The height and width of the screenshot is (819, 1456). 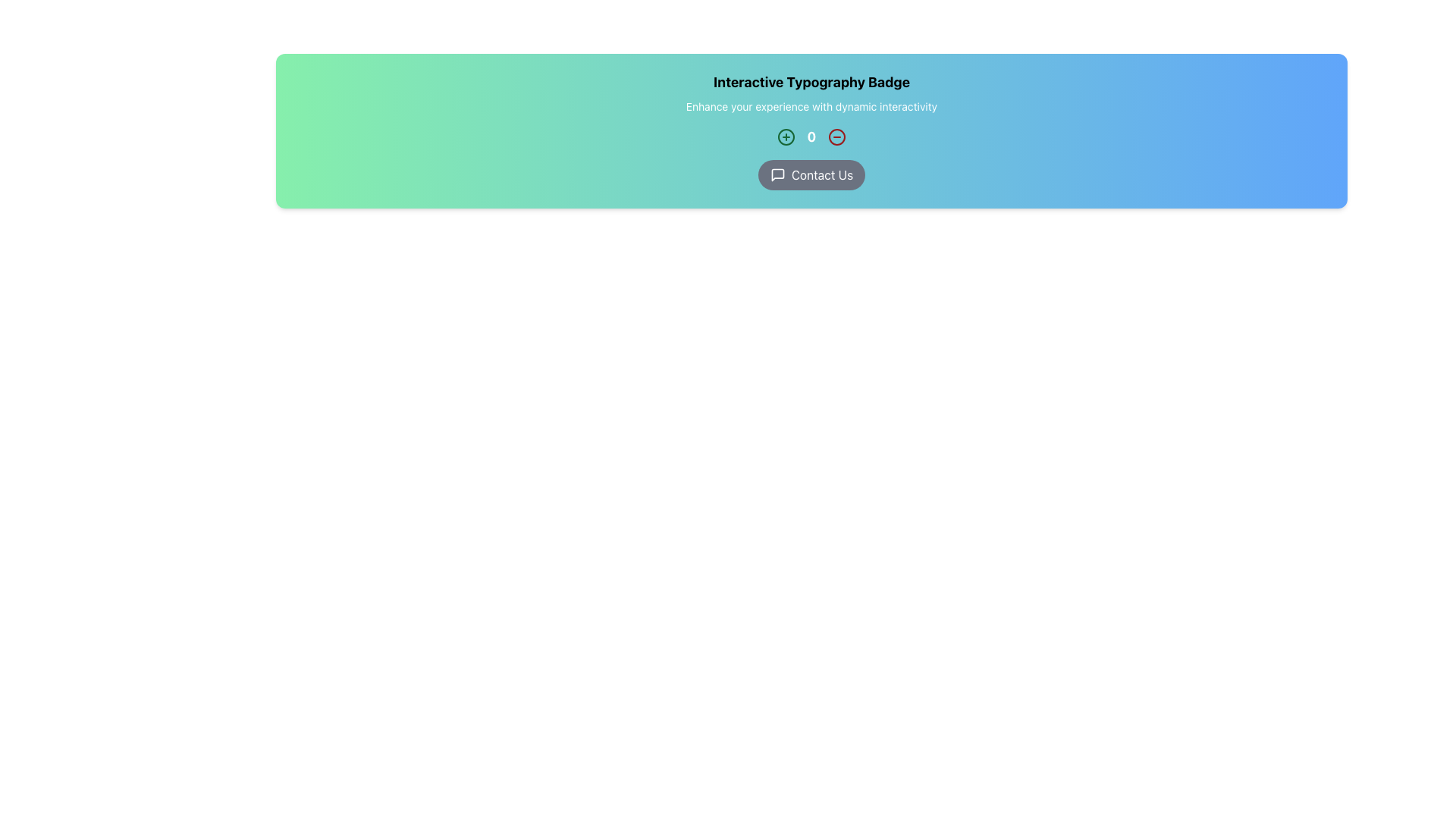 I want to click on the decrement button located to the right of the zero value indicator, so click(x=836, y=137).